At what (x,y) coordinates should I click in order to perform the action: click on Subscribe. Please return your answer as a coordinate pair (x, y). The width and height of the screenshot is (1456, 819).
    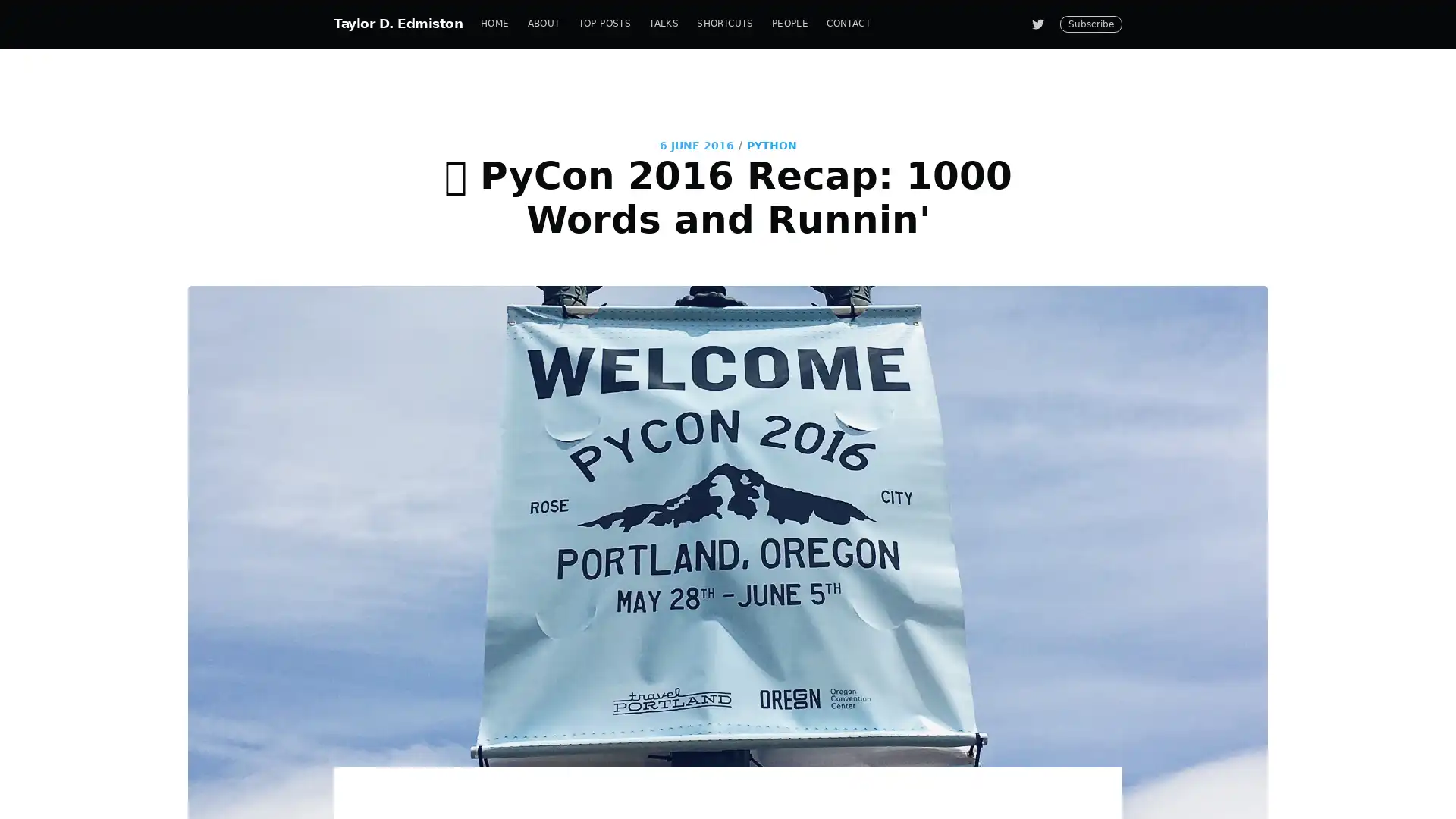
    Looking at the image, I should click on (866, 465).